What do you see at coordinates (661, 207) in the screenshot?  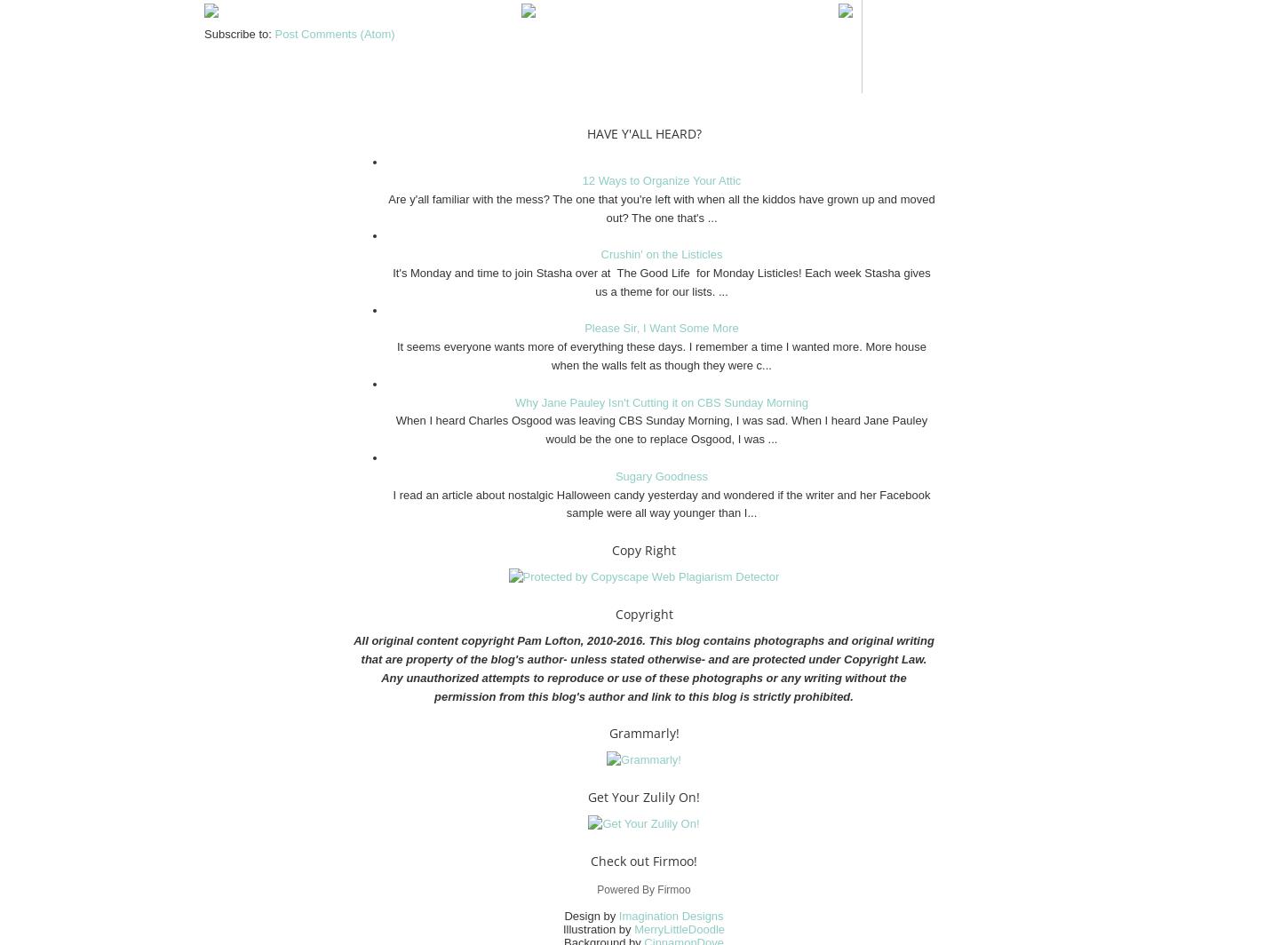 I see `'Are y'all familiar with the mess? The one that you're left with when all the kiddos have grown up and moved out? The one that's ...'` at bounding box center [661, 207].